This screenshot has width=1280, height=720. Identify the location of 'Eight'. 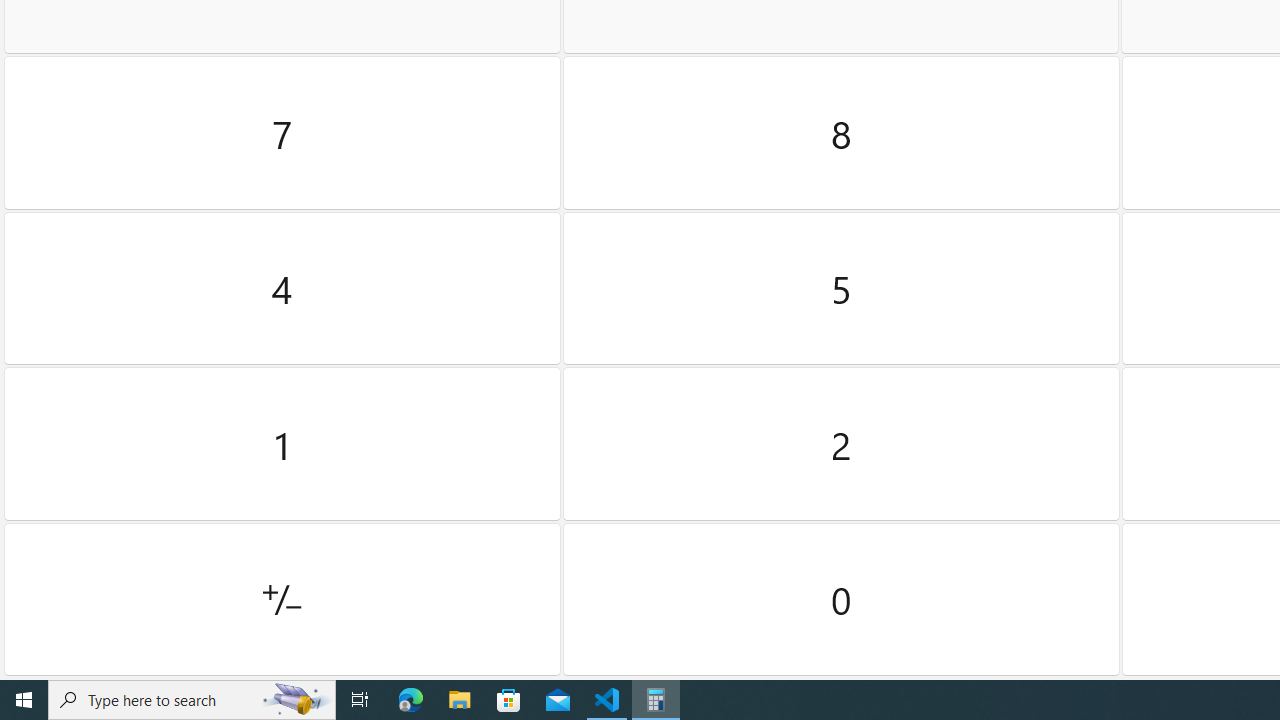
(841, 133).